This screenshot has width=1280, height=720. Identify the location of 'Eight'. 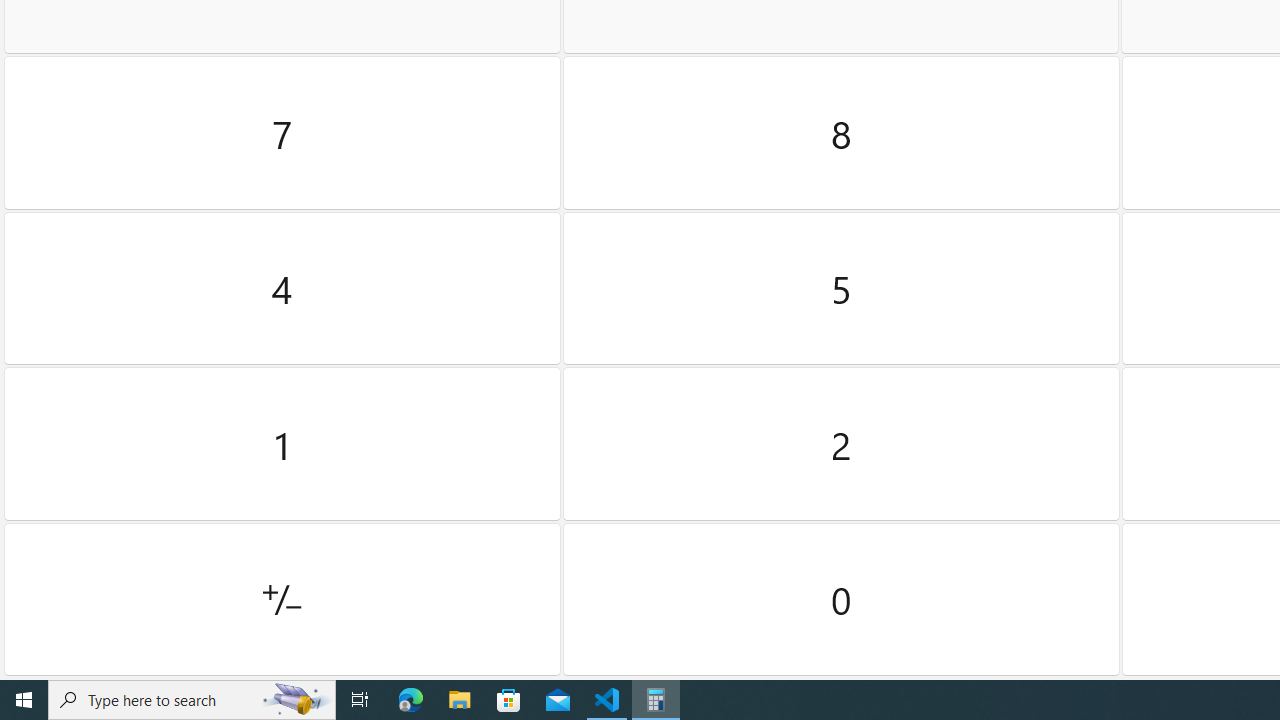
(841, 133).